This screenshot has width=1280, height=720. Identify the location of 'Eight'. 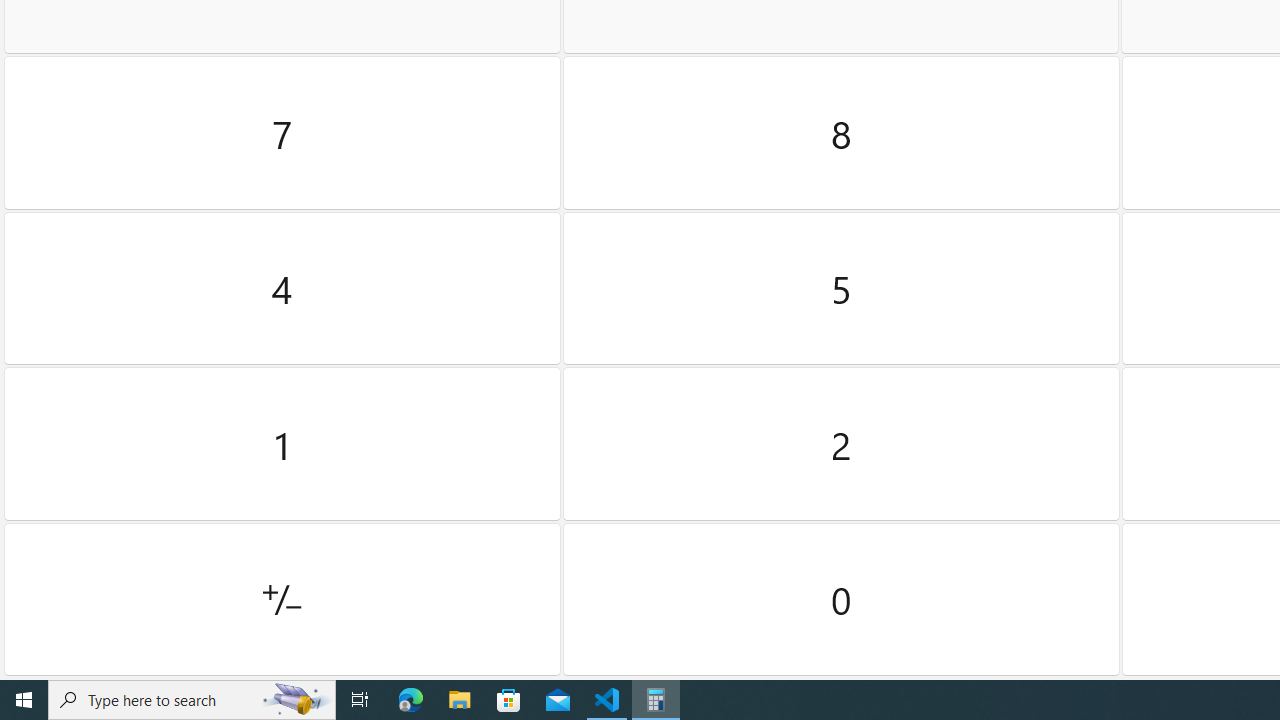
(841, 133).